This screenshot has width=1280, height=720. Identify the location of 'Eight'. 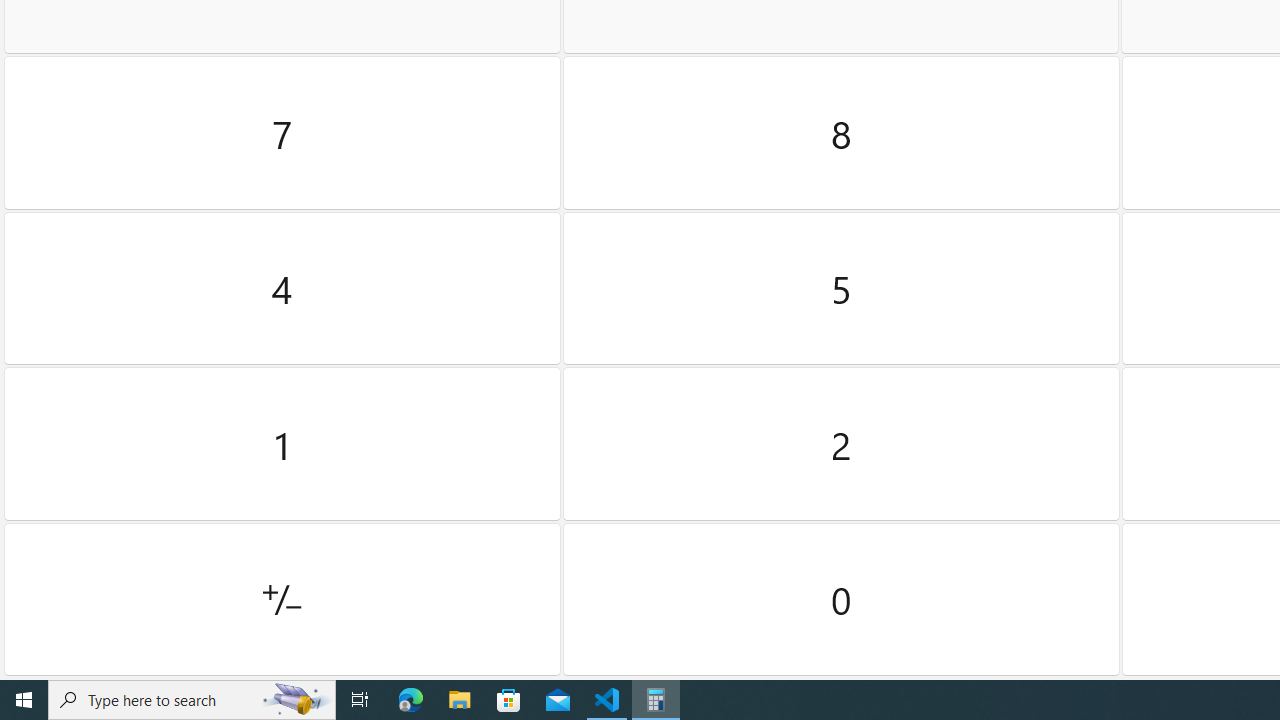
(841, 133).